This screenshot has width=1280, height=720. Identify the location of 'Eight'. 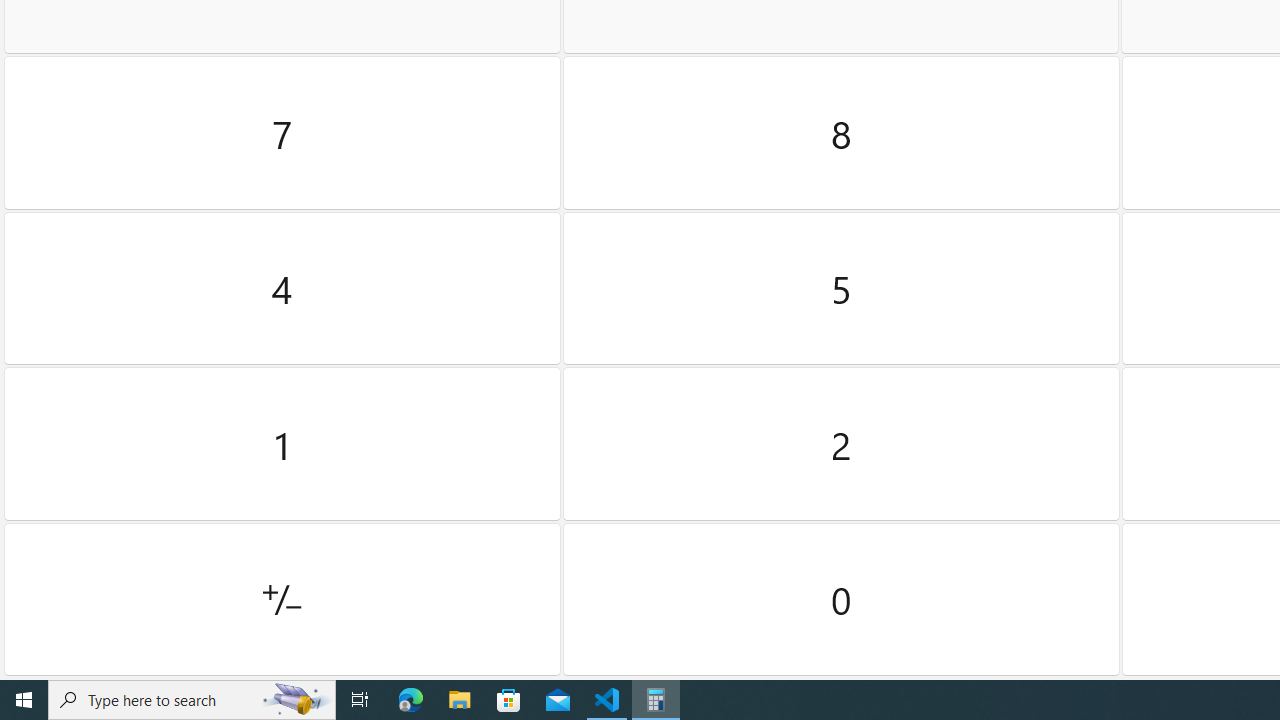
(841, 133).